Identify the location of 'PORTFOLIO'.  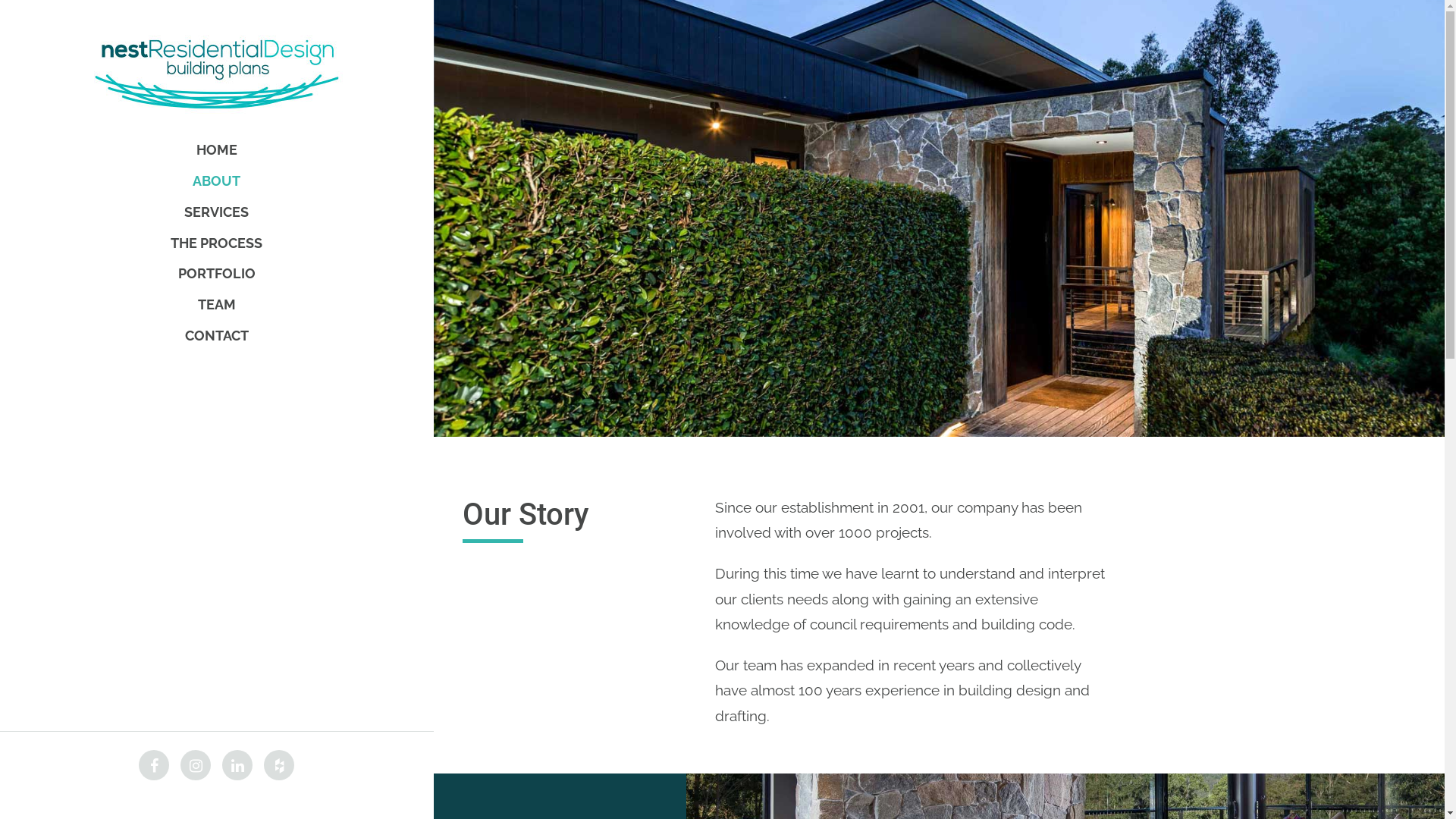
(215, 274).